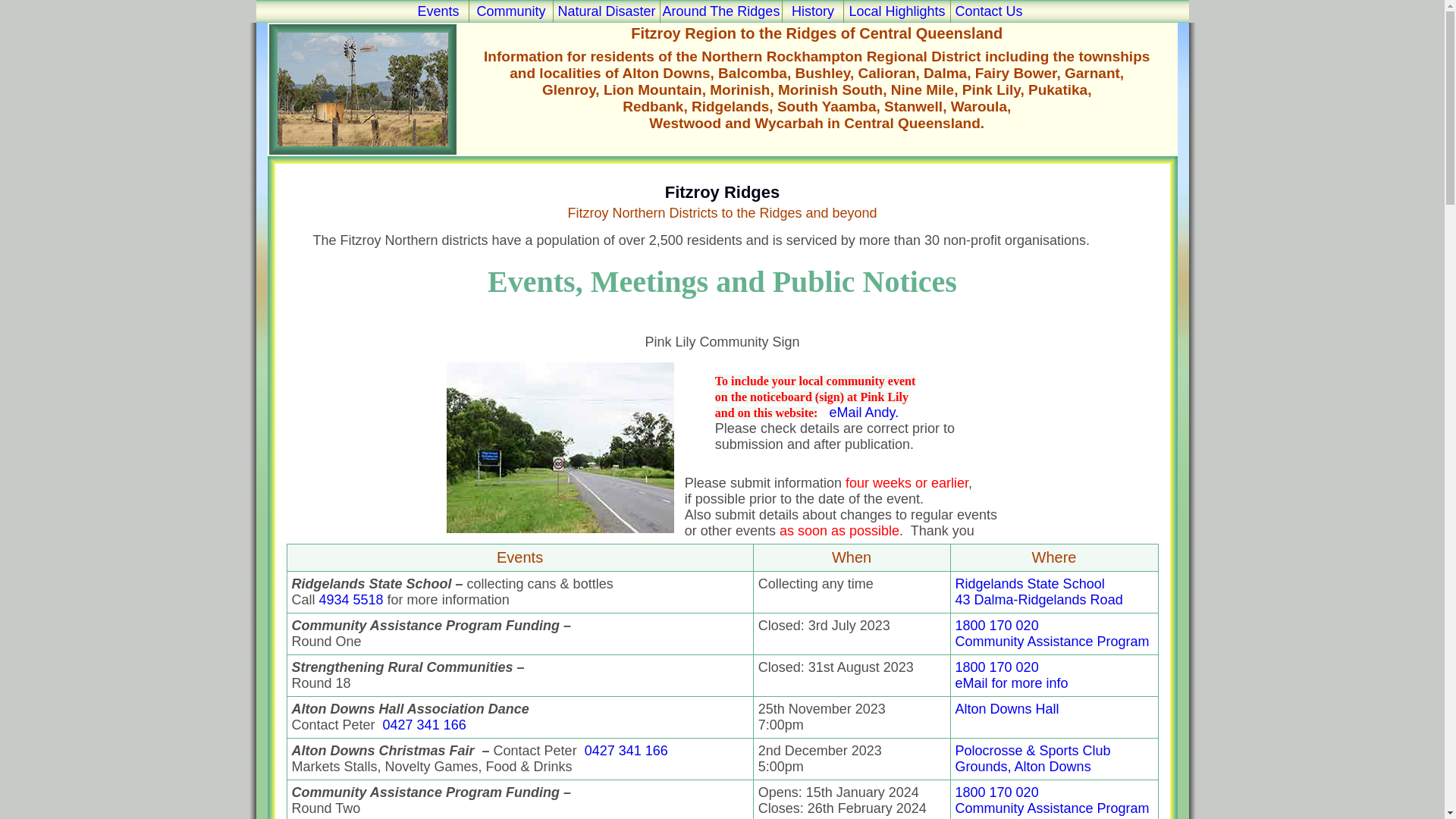  Describe the element at coordinates (954, 591) in the screenshot. I see `'Ridgelands State School` at that location.